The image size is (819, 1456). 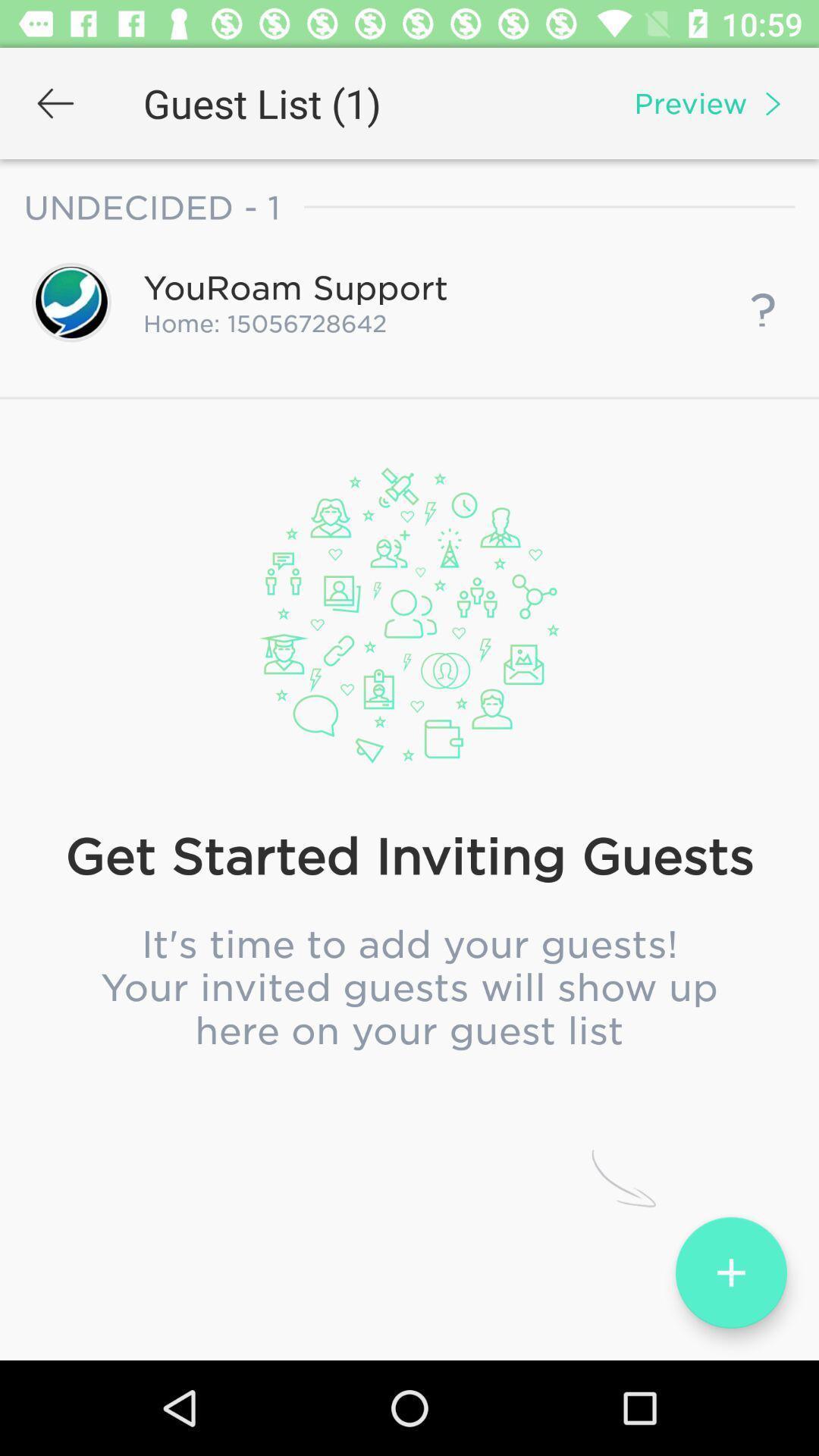 What do you see at coordinates (763, 302) in the screenshot?
I see `?` at bounding box center [763, 302].